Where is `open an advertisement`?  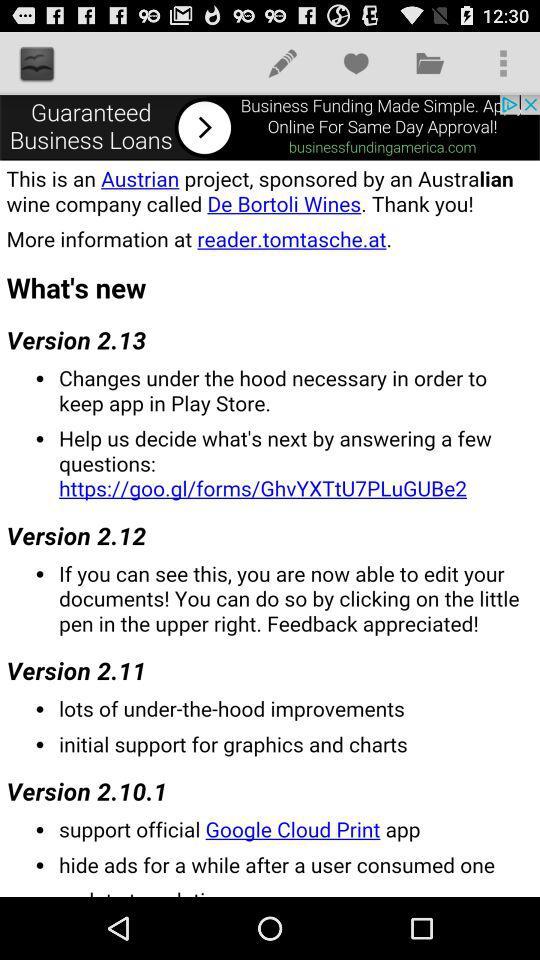
open an advertisement is located at coordinates (270, 126).